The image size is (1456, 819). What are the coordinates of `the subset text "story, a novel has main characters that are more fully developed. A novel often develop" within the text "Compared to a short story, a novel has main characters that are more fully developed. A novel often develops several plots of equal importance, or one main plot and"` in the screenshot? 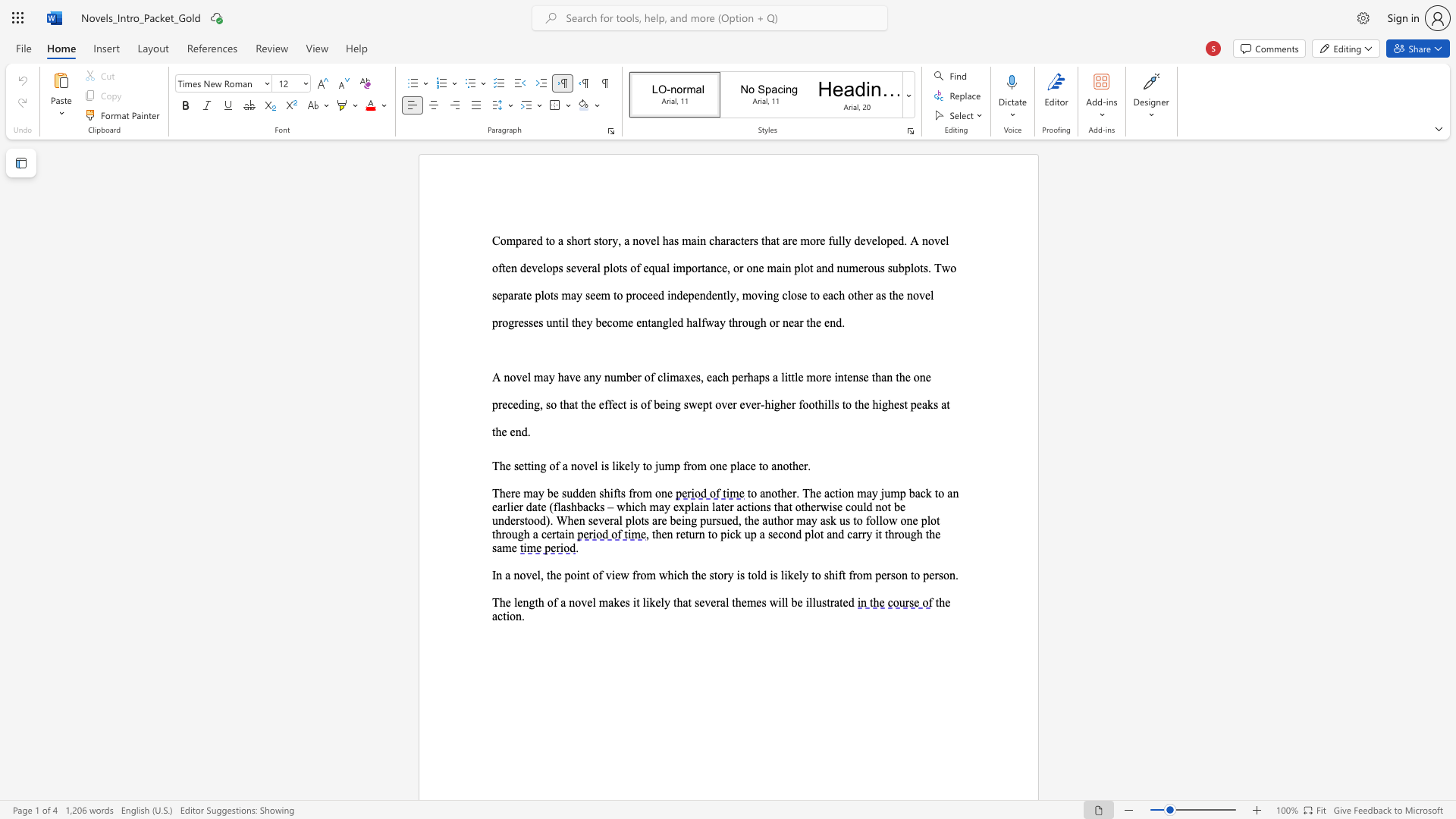 It's located at (593, 240).